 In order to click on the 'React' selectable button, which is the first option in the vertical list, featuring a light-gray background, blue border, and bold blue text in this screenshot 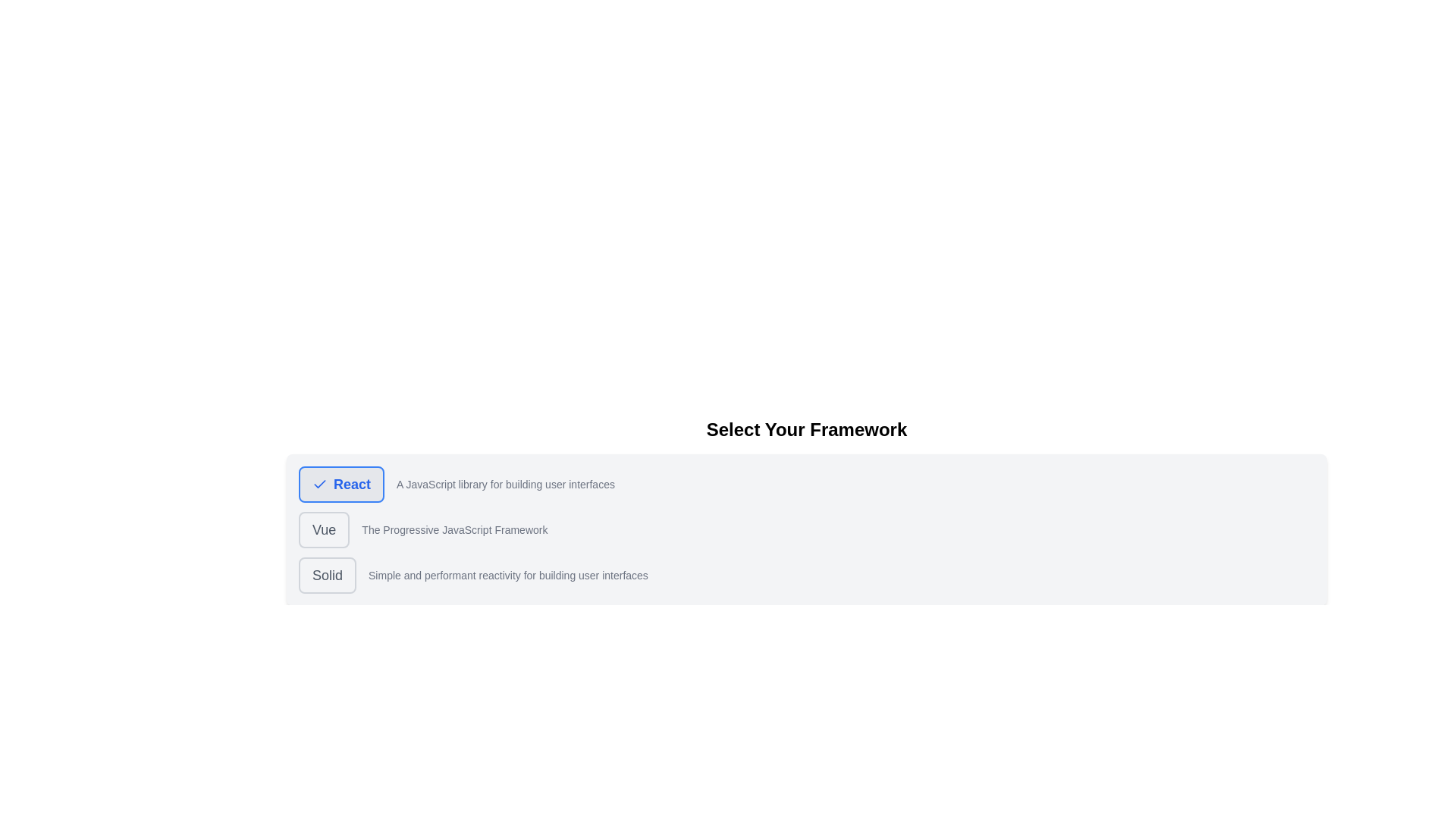, I will do `click(340, 485)`.